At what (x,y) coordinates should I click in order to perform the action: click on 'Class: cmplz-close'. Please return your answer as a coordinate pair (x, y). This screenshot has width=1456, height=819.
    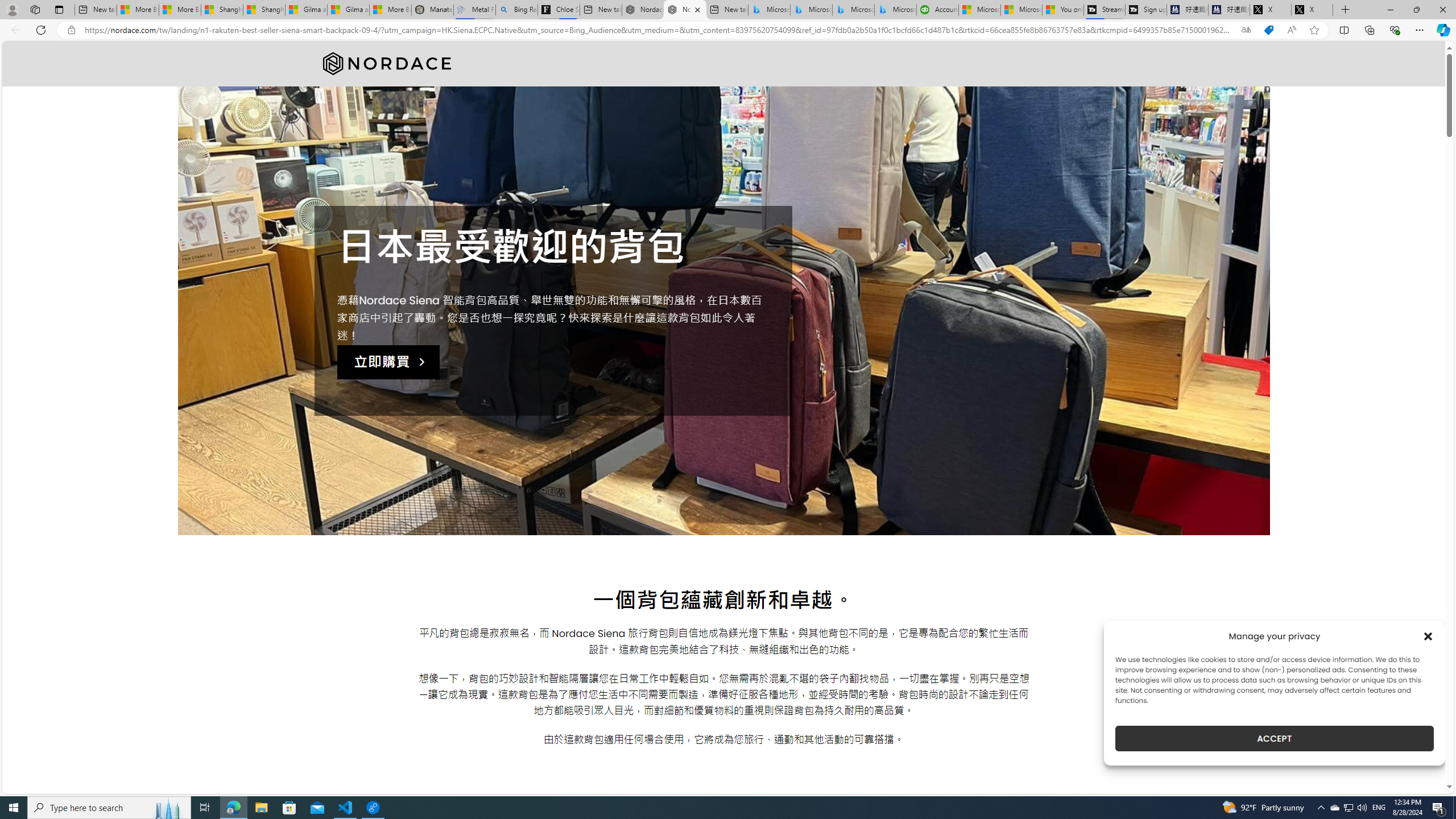
    Looking at the image, I should click on (1428, 636).